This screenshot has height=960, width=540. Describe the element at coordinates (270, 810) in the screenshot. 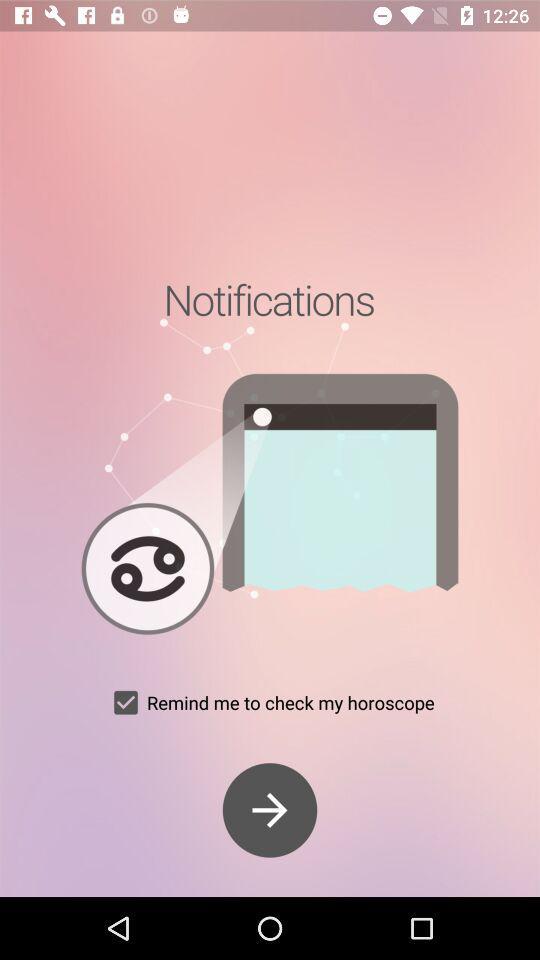

I see `the icon below the remind me to` at that location.